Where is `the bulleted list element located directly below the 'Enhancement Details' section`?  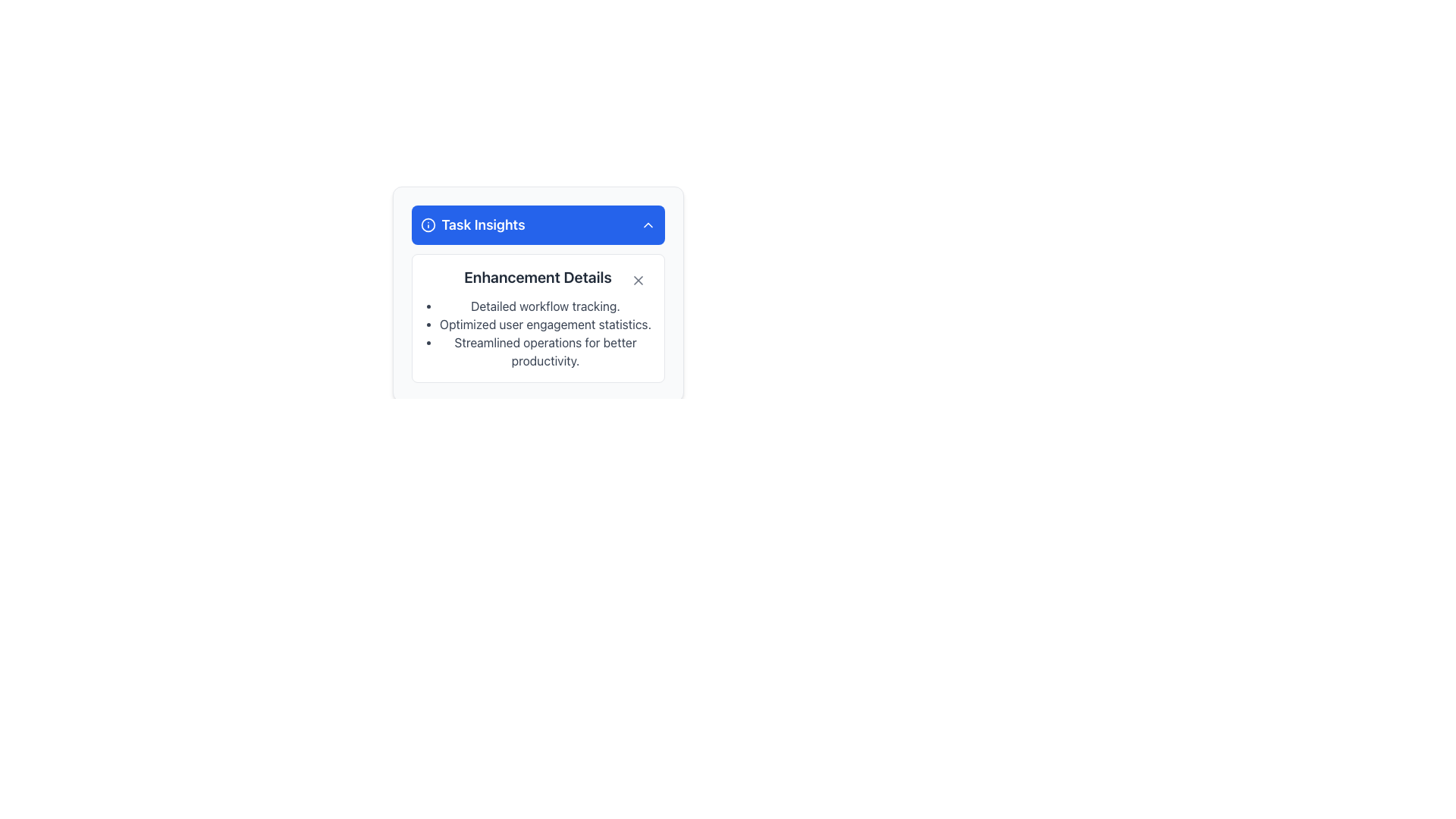 the bulleted list element located directly below the 'Enhancement Details' section is located at coordinates (538, 332).